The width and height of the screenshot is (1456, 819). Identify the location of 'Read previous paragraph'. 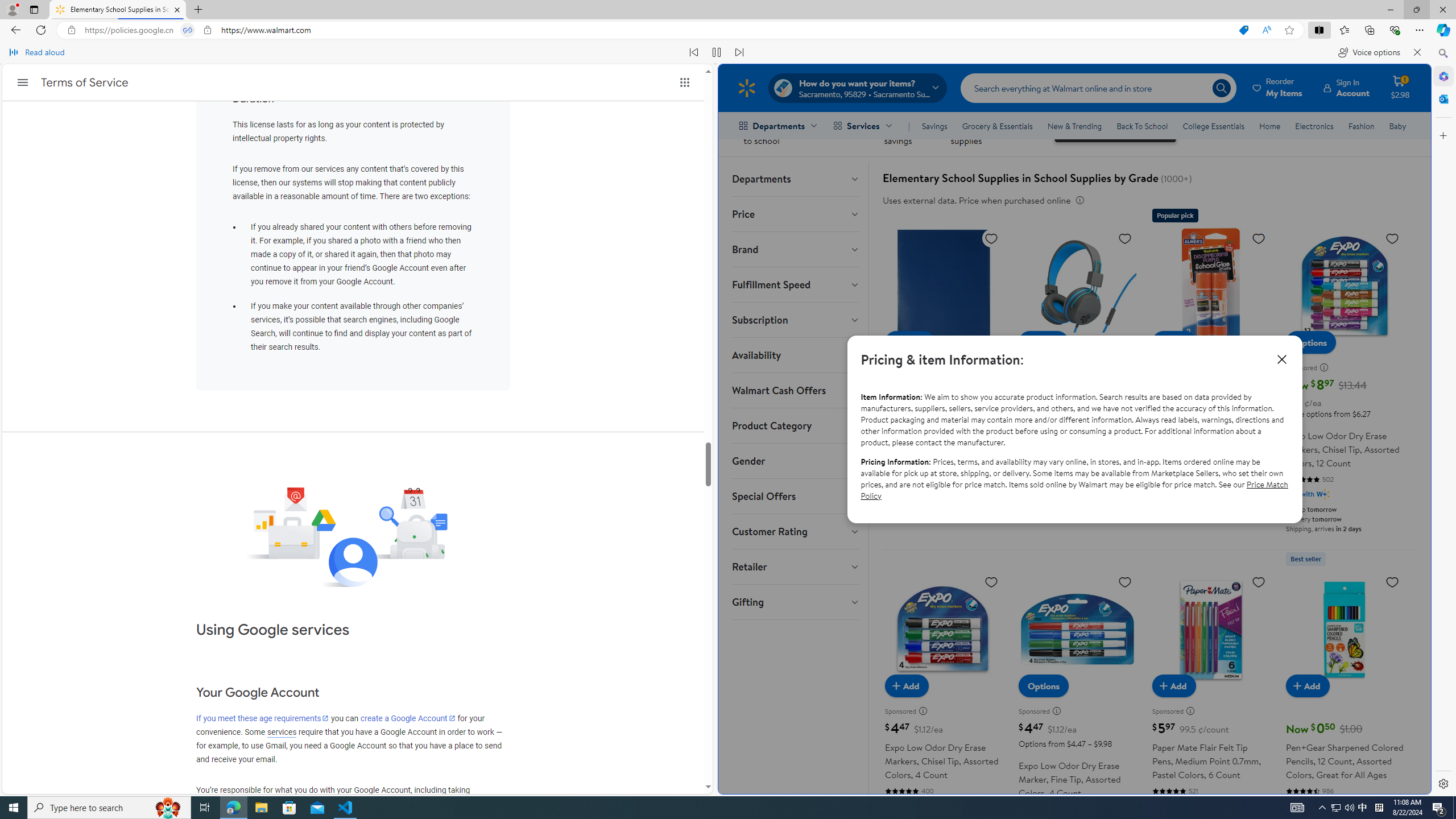
(693, 52).